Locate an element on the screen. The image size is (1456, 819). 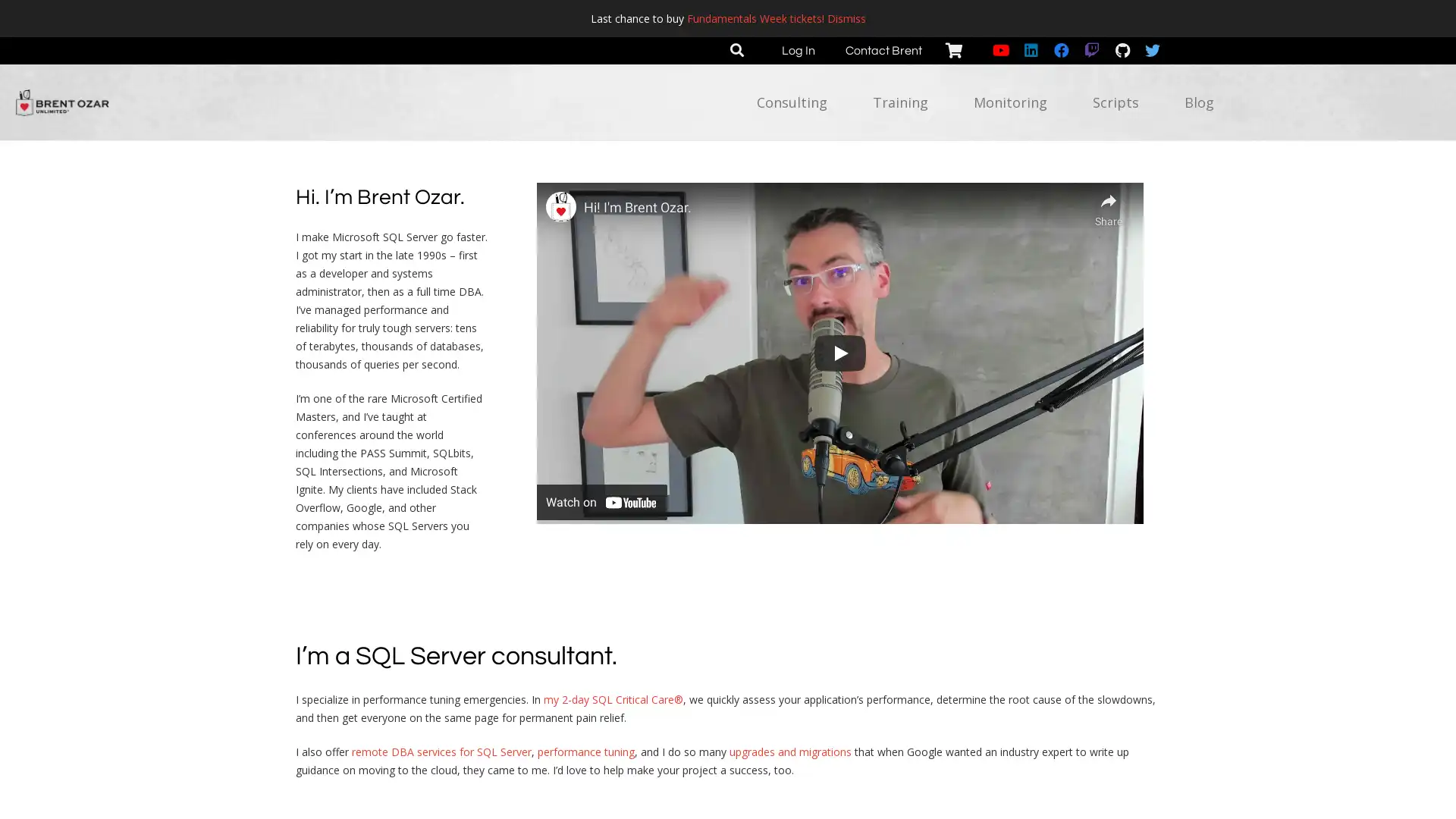
Close is located at coordinates (1163, 36).